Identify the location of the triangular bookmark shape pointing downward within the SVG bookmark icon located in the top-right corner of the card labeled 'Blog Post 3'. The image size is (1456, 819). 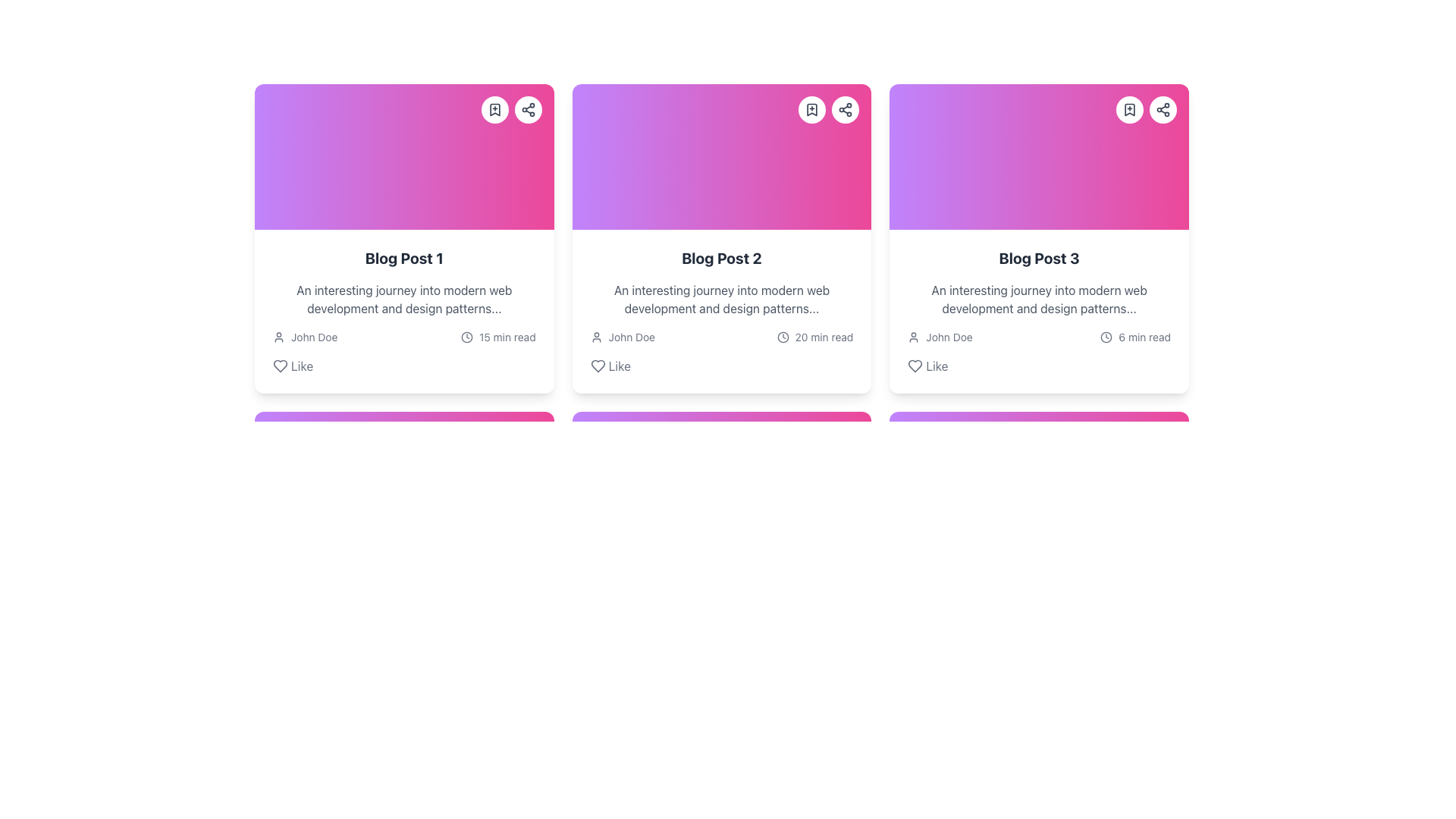
(1129, 109).